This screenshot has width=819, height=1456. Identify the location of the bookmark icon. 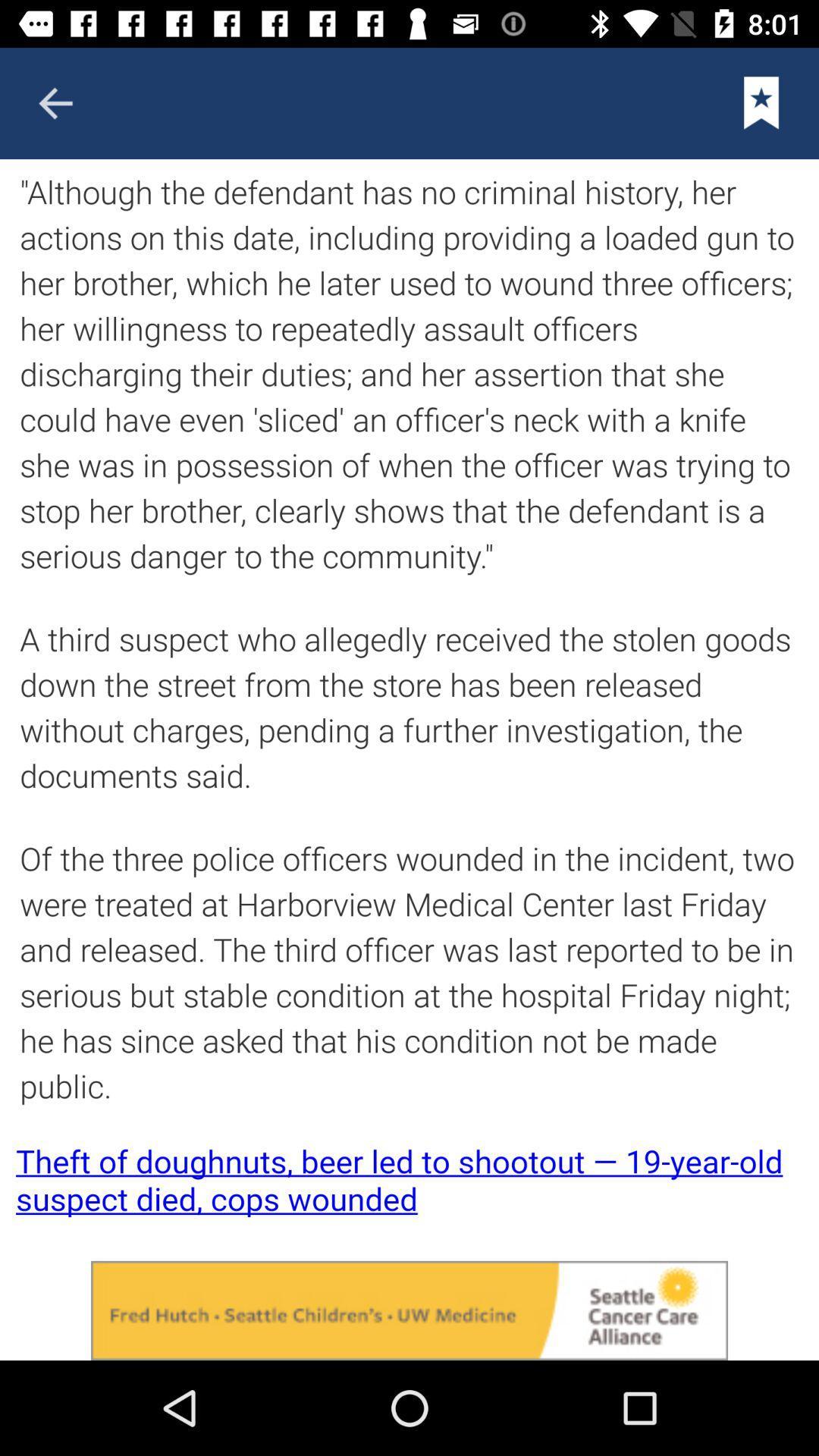
(761, 102).